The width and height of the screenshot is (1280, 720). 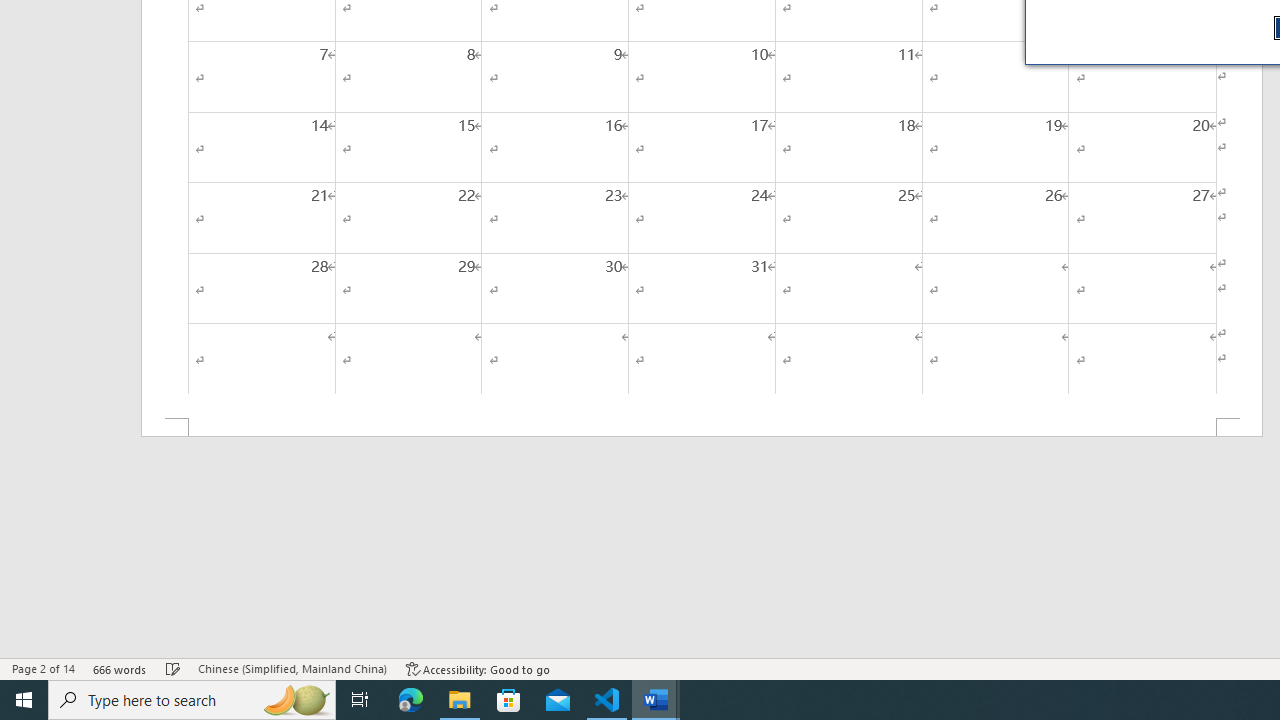 I want to click on 'Type here to search', so click(x=192, y=698).